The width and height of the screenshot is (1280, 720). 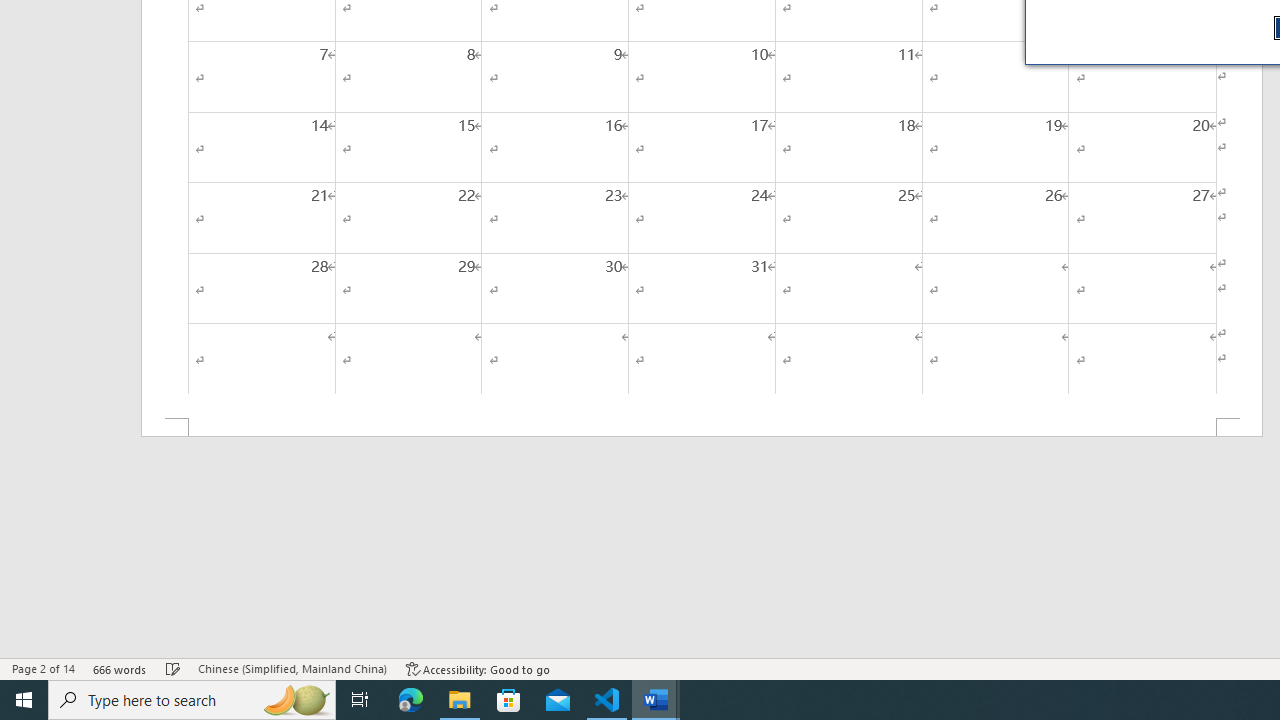 I want to click on 'Type here to search', so click(x=192, y=698).